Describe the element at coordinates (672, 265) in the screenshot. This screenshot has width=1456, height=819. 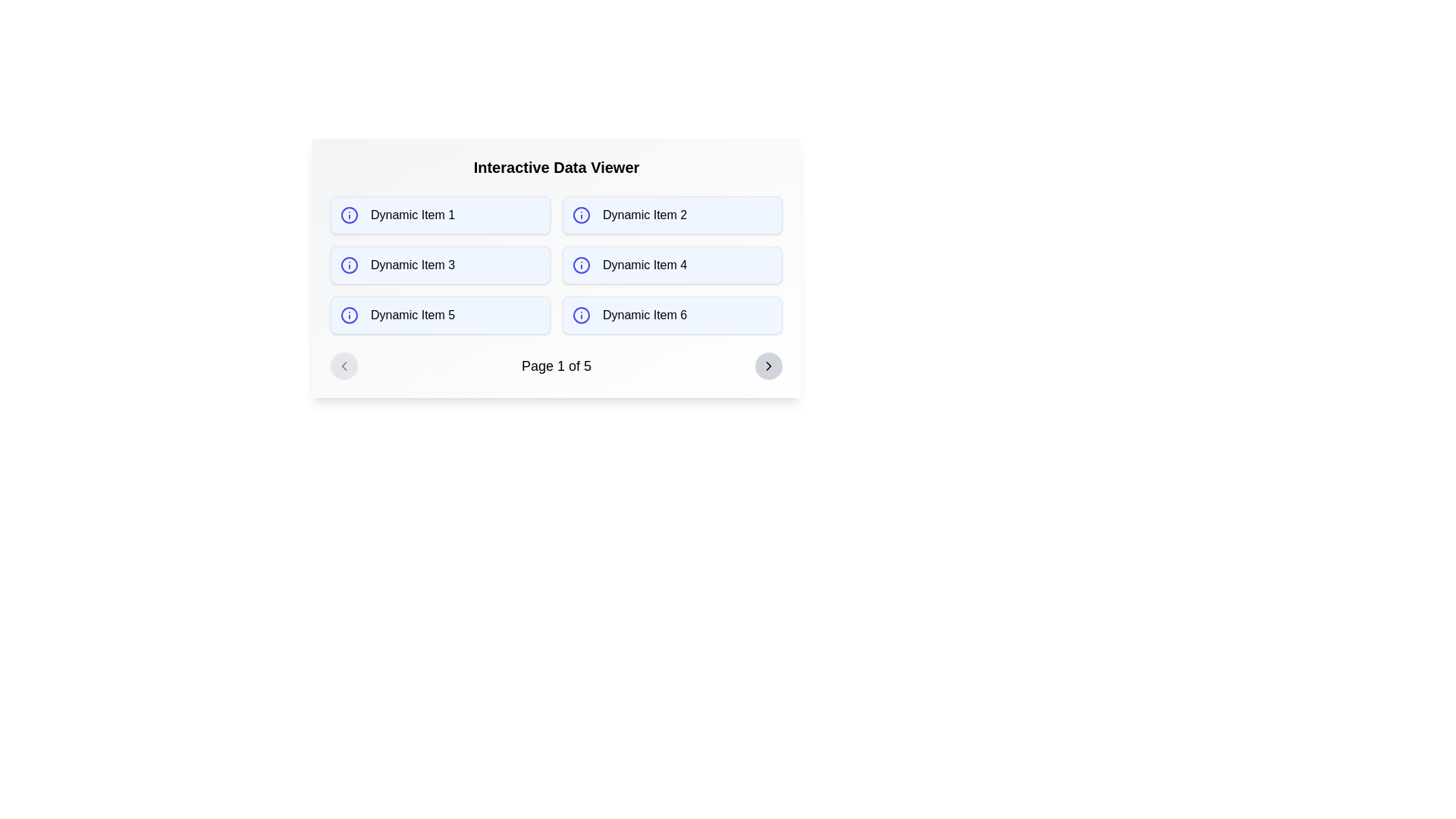
I see `the button labeled 'Dynamic Item 4'` at that location.